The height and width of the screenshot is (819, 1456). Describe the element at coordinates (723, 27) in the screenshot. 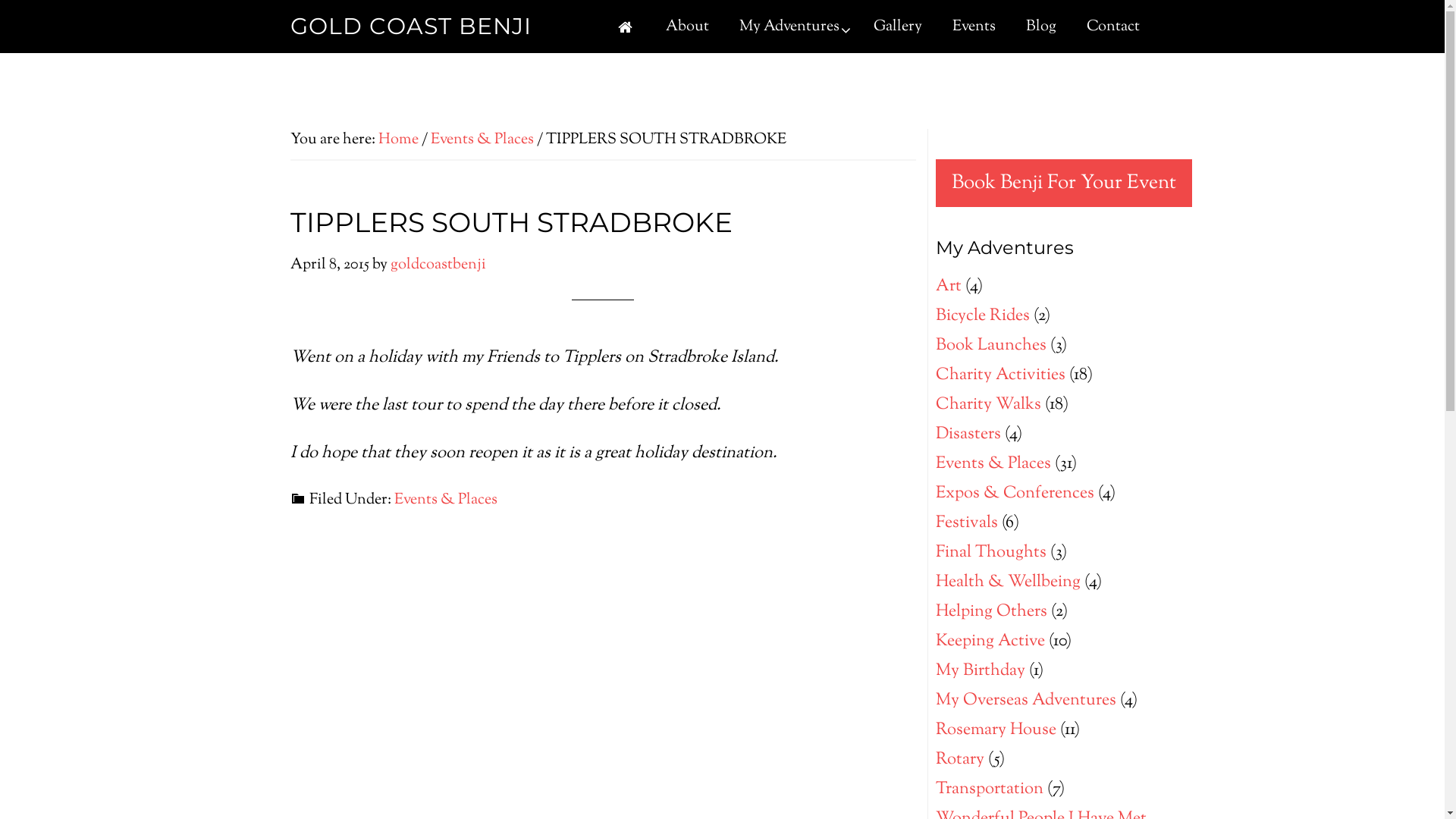

I see `'My Adventures'` at that location.